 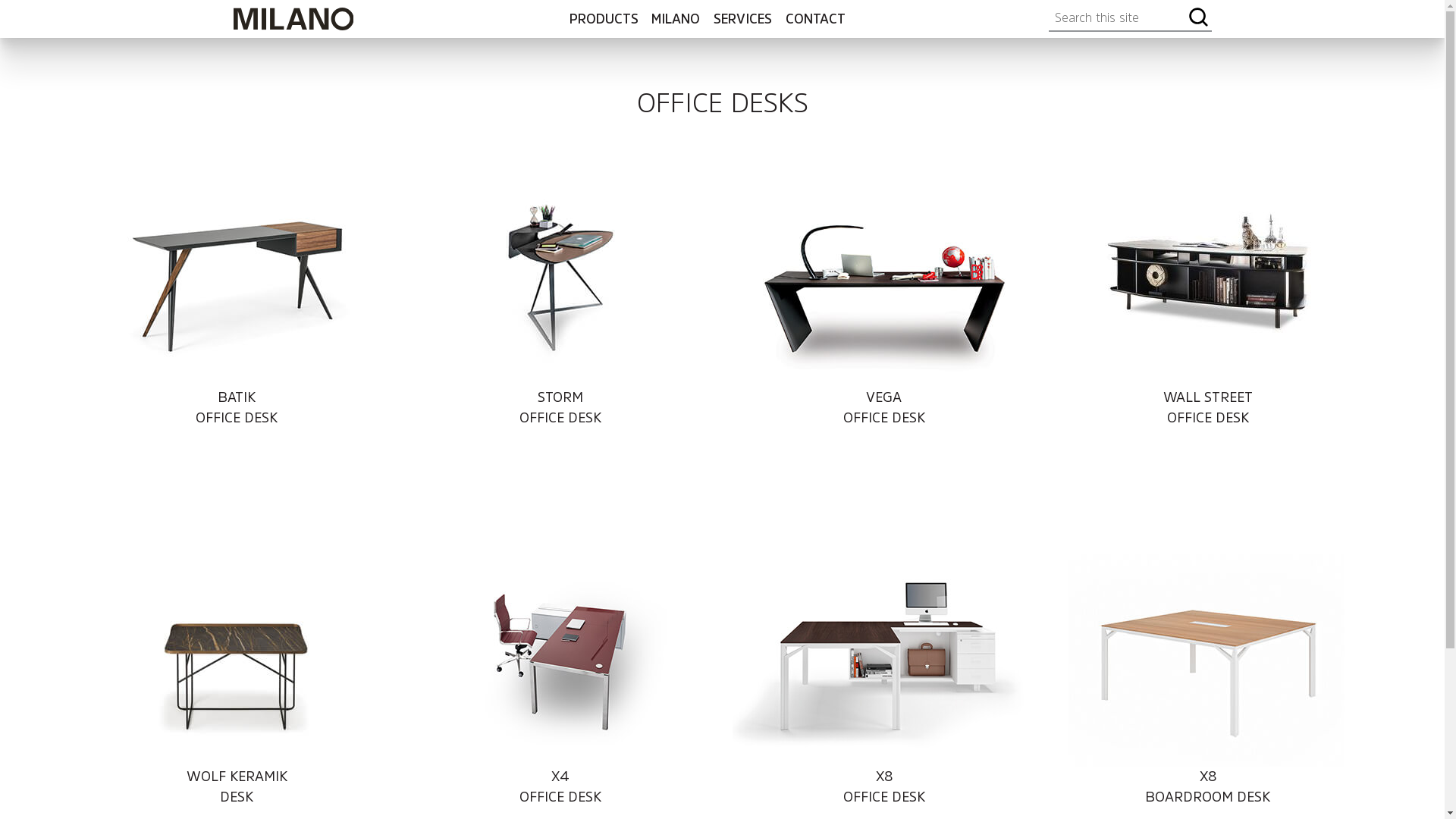 I want to click on 'X8 Office Desk', so click(x=884, y=614).